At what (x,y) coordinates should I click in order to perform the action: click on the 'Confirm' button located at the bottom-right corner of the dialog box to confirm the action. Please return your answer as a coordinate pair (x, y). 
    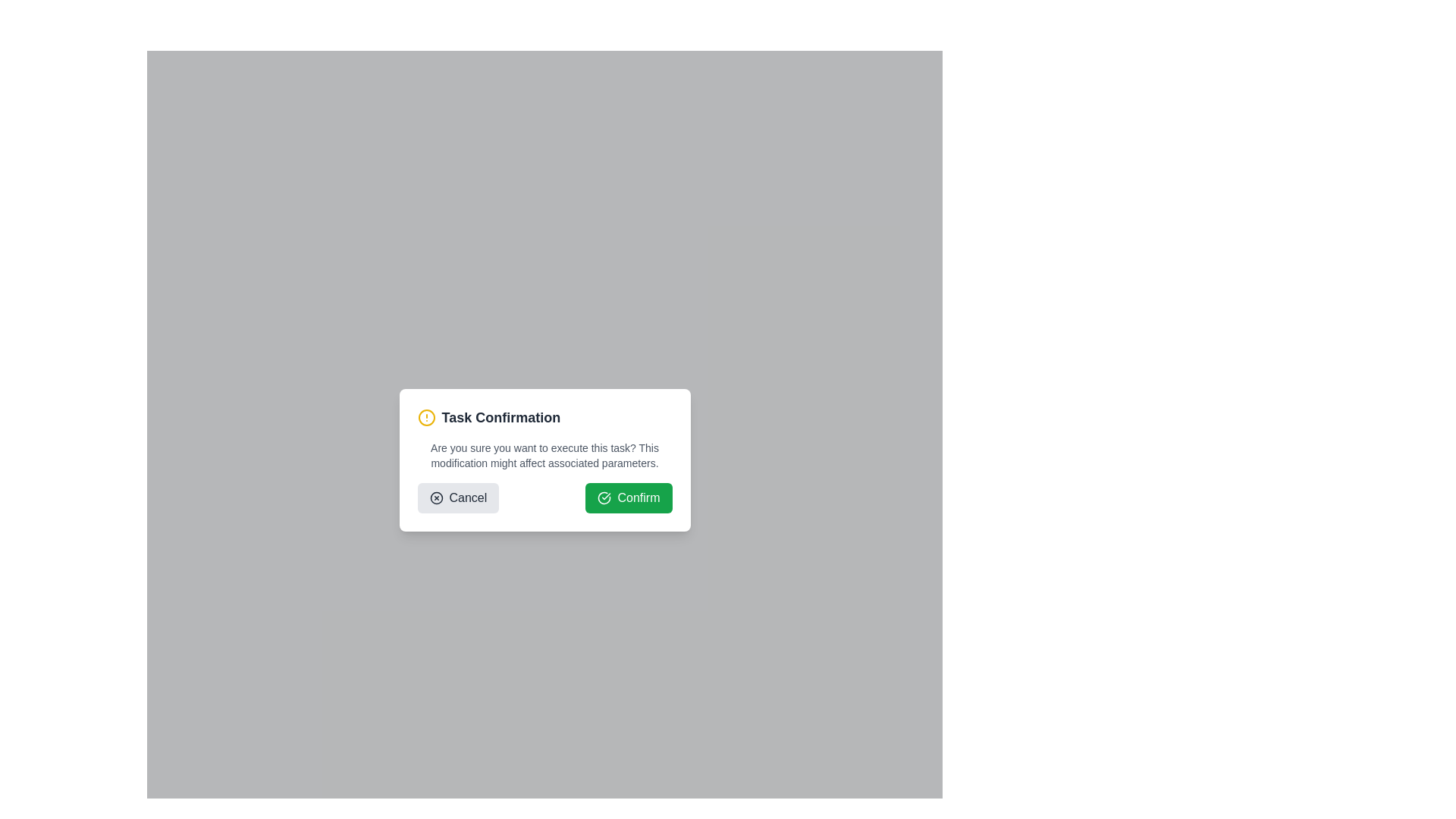
    Looking at the image, I should click on (629, 497).